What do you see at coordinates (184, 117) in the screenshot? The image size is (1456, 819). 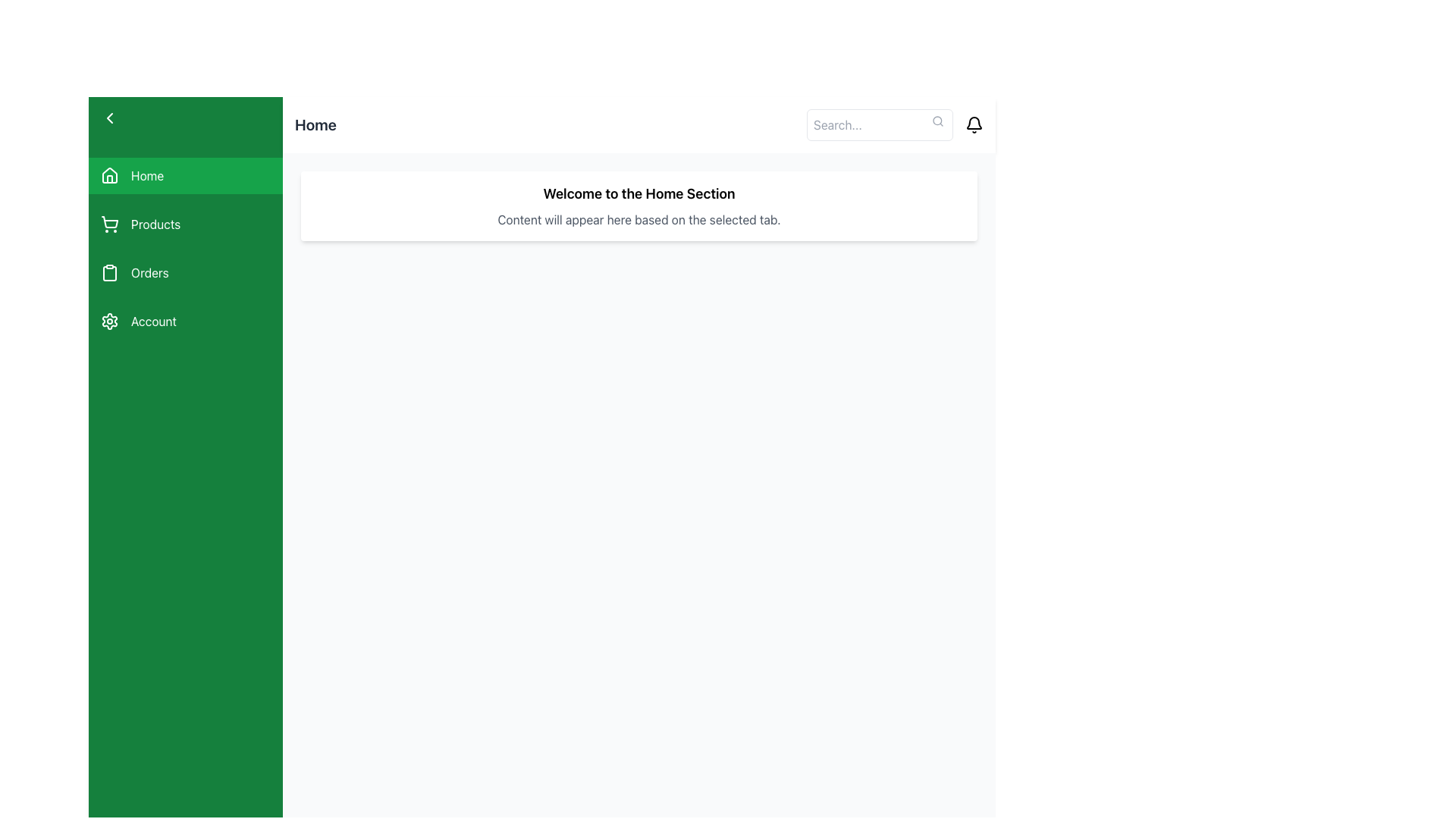 I see `the green button with a left-pointing arrow located at the top of the sidebar navigation bar` at bounding box center [184, 117].